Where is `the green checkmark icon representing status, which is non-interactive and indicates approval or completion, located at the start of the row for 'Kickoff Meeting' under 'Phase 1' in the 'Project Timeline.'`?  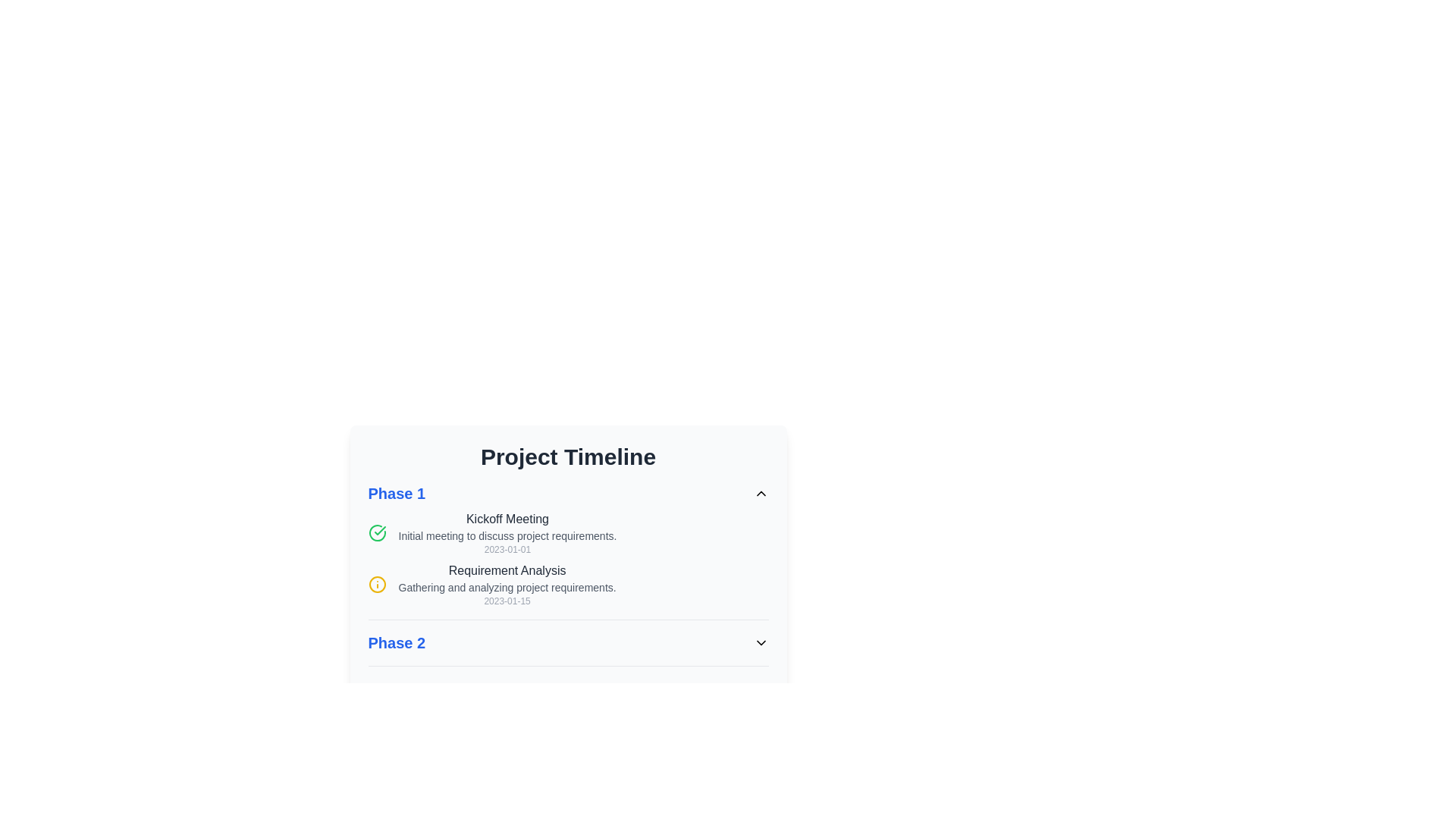 the green checkmark icon representing status, which is non-interactive and indicates approval or completion, located at the start of the row for 'Kickoff Meeting' under 'Phase 1' in the 'Project Timeline.' is located at coordinates (377, 532).